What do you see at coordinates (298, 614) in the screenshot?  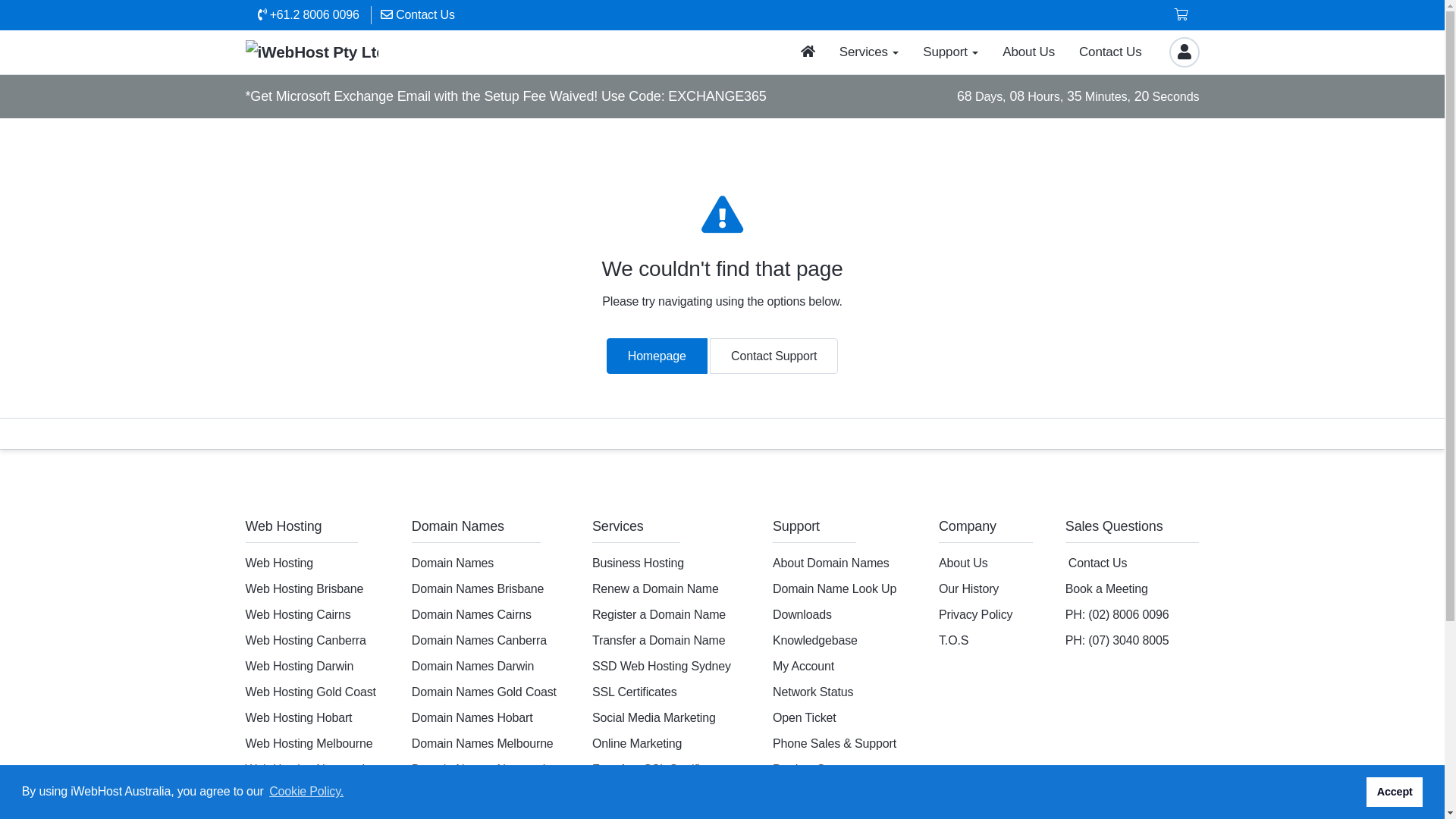 I see `'Web Hosting Cairns'` at bounding box center [298, 614].